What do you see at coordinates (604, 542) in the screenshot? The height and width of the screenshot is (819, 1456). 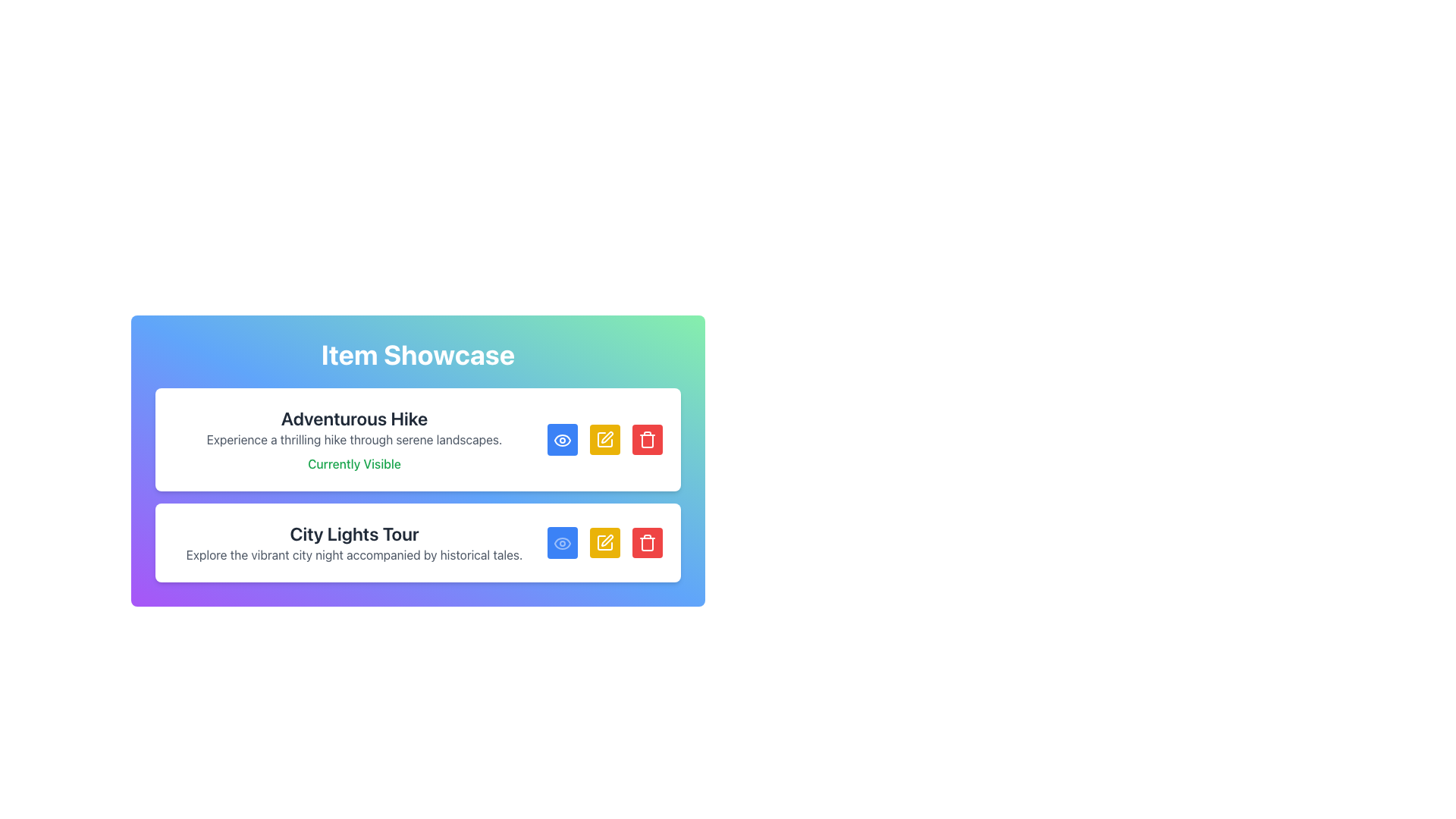 I see `the square button with a yellow background and white pen icon, which is the second button in the group of three on the right side of the 'City Lights Tour' card` at bounding box center [604, 542].